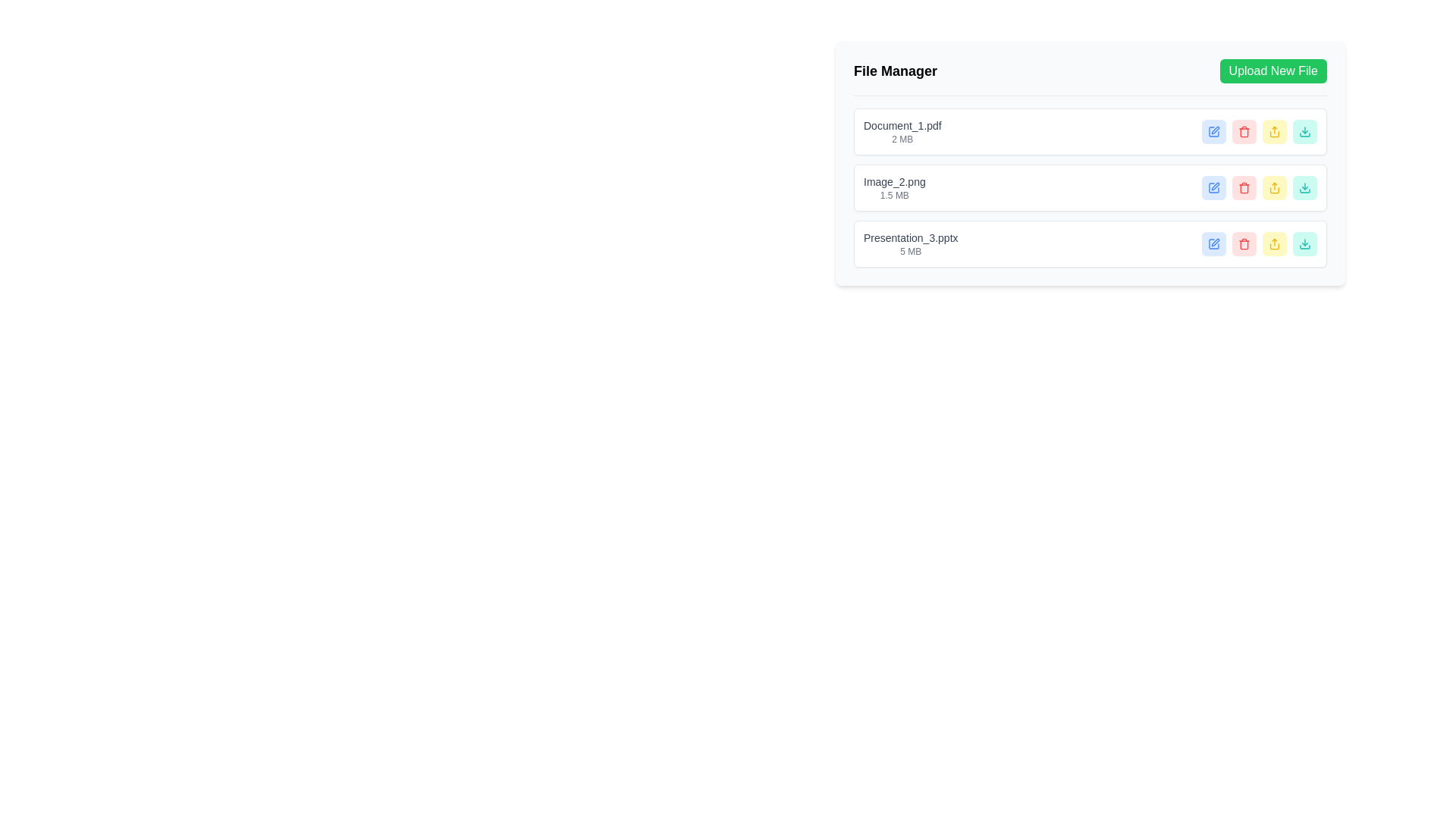  I want to click on the text label displaying 'Presentation_3.pptx' and '5 MB' in the File Manager interface, so click(910, 243).